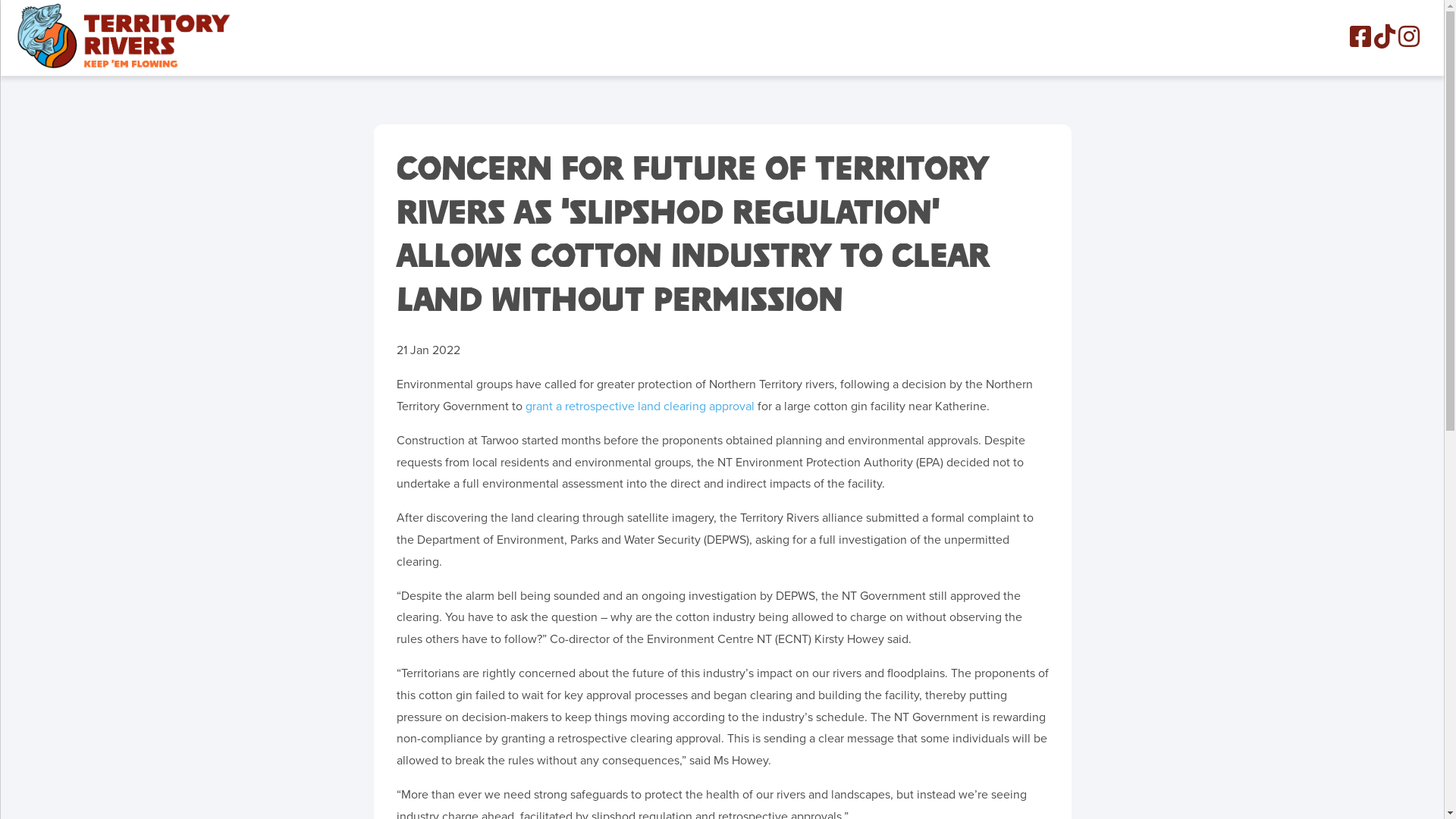 This screenshot has height=819, width=1456. What do you see at coordinates (1373, 40) in the screenshot?
I see `'Find us on TikTok'` at bounding box center [1373, 40].